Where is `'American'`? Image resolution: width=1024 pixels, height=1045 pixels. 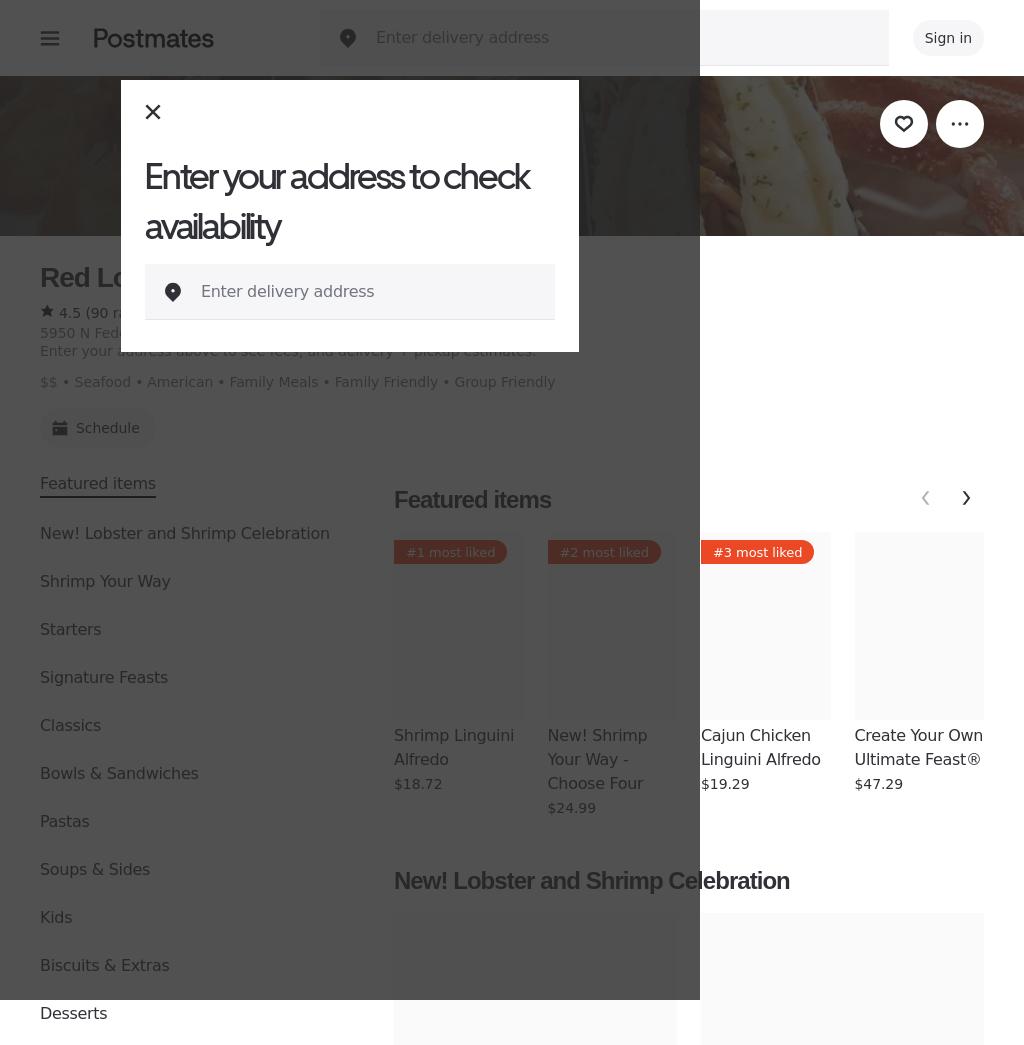 'American' is located at coordinates (180, 381).